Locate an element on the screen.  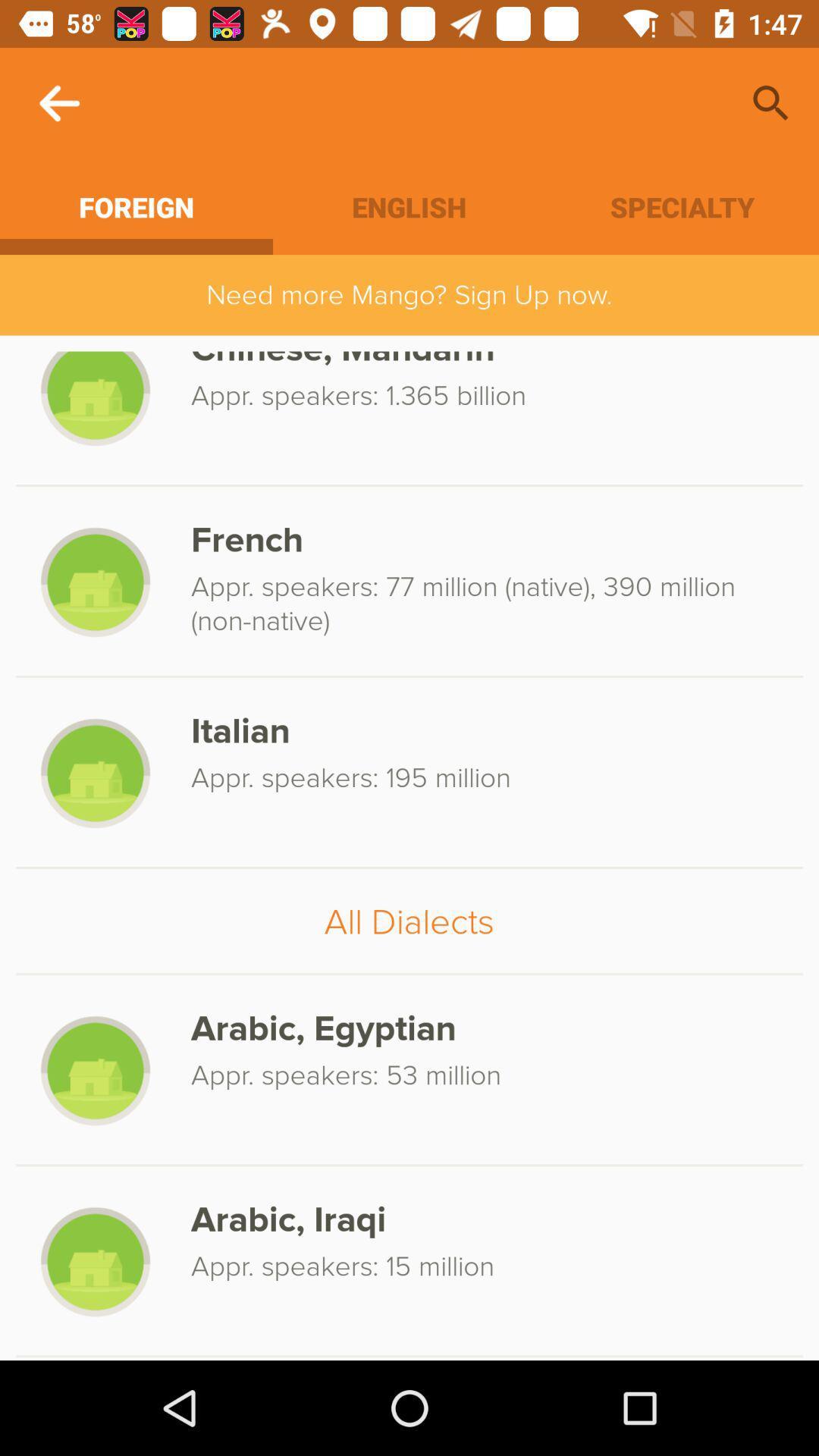
the icon above the foreign icon is located at coordinates (58, 102).